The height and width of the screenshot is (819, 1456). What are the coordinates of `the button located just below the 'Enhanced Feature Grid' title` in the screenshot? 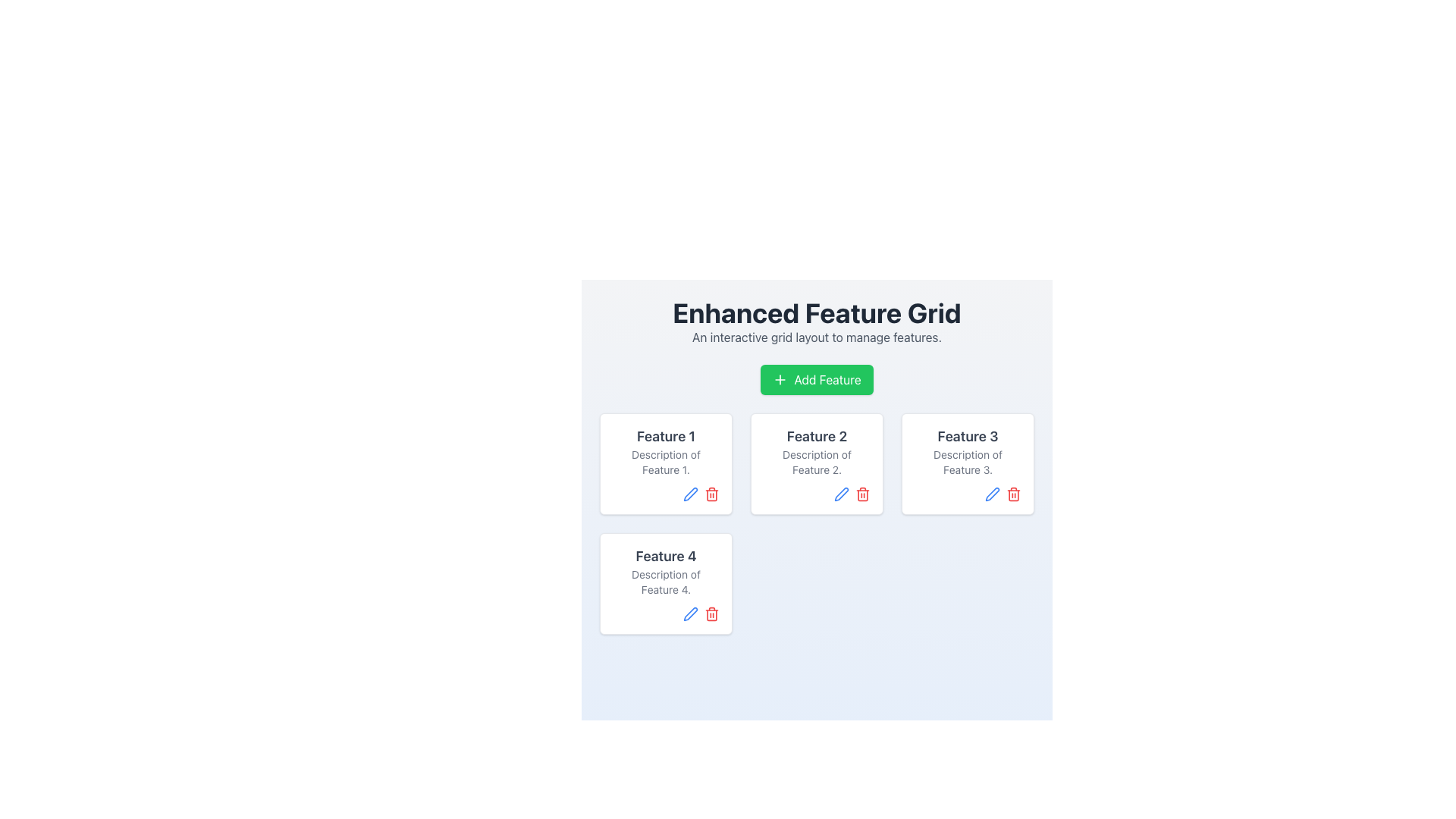 It's located at (816, 379).